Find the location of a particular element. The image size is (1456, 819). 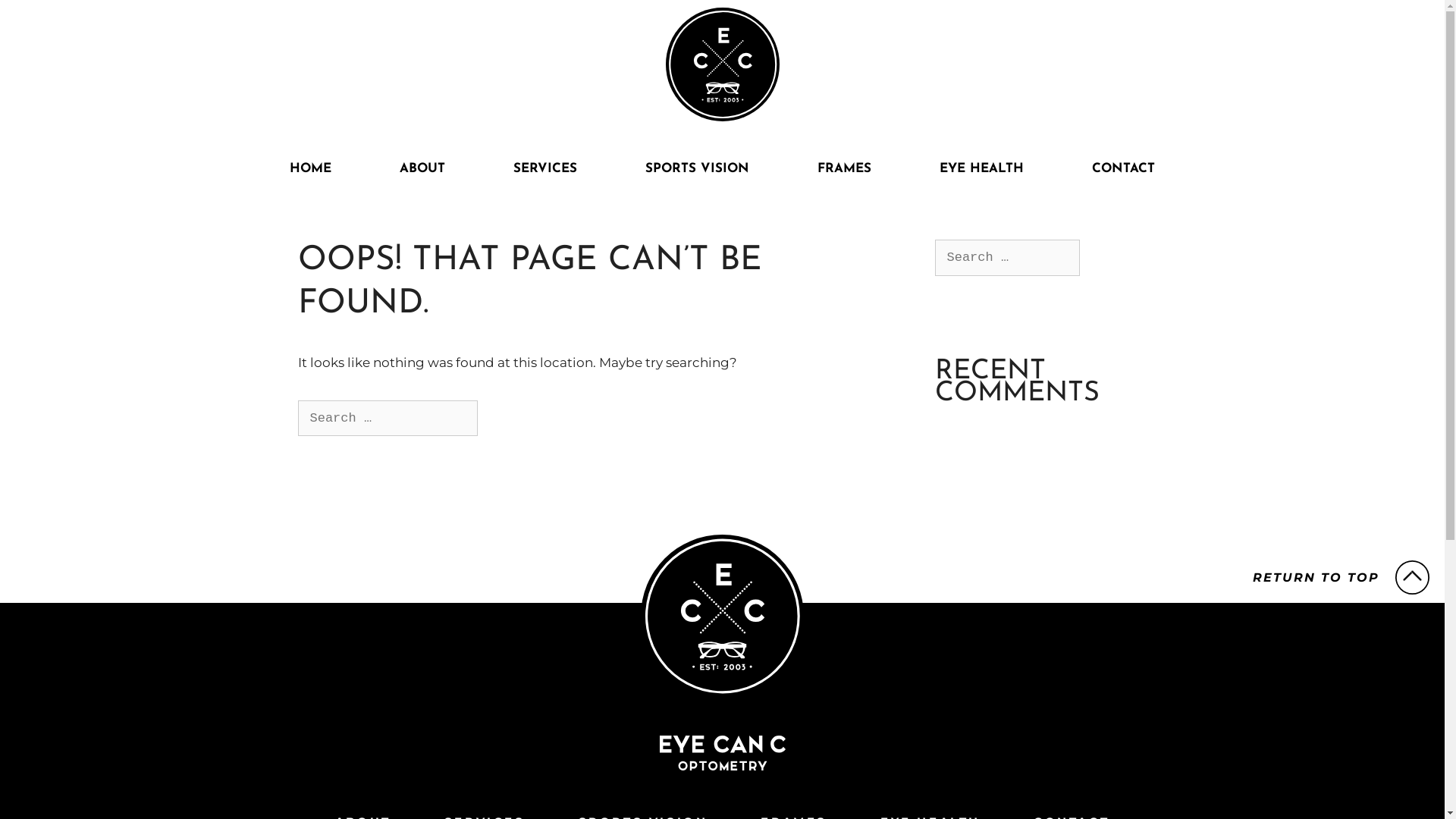

'CONTACT' is located at coordinates (1123, 169).